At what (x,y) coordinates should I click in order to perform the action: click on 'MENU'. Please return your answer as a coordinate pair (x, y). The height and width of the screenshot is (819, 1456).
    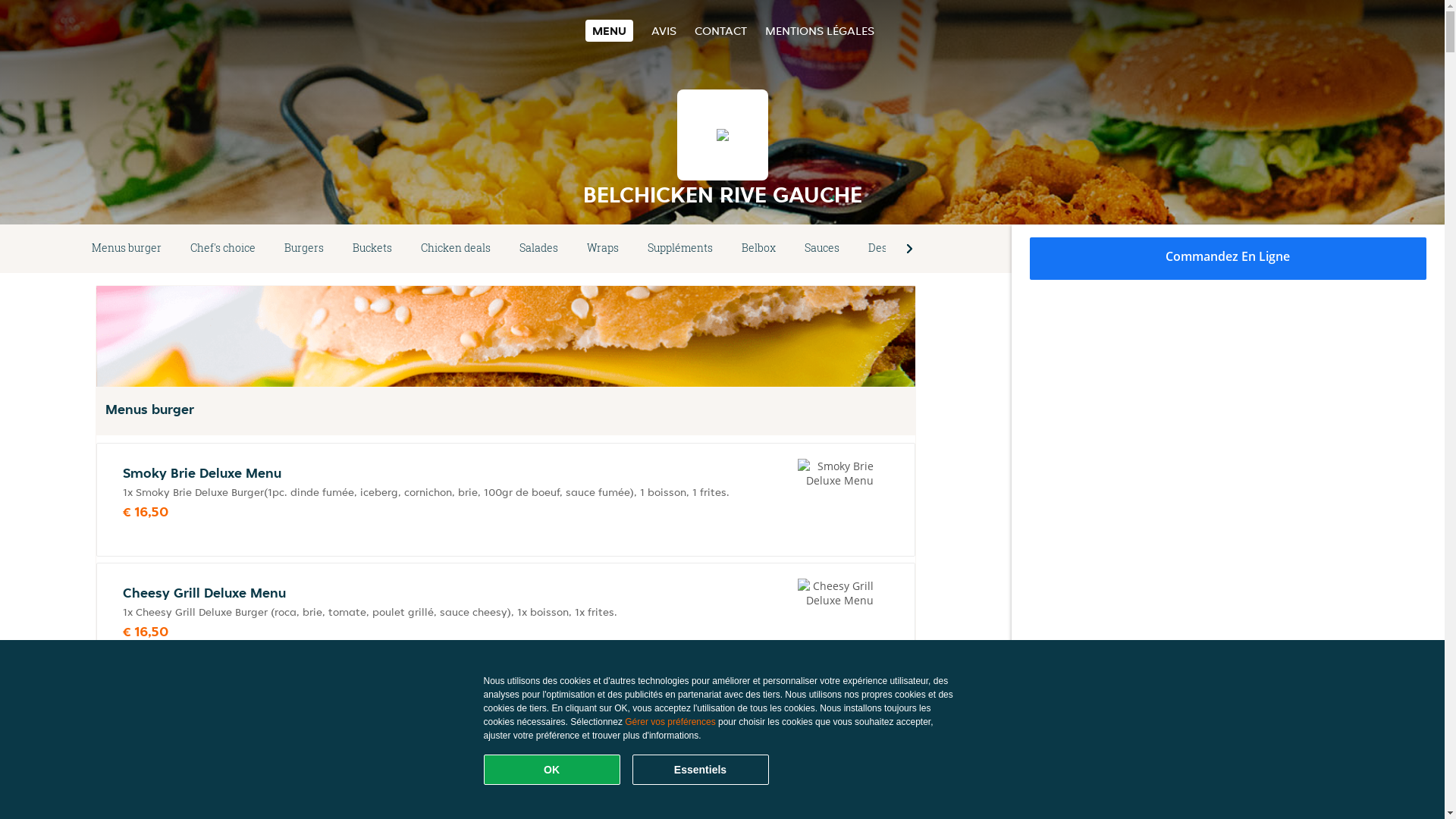
    Looking at the image, I should click on (609, 30).